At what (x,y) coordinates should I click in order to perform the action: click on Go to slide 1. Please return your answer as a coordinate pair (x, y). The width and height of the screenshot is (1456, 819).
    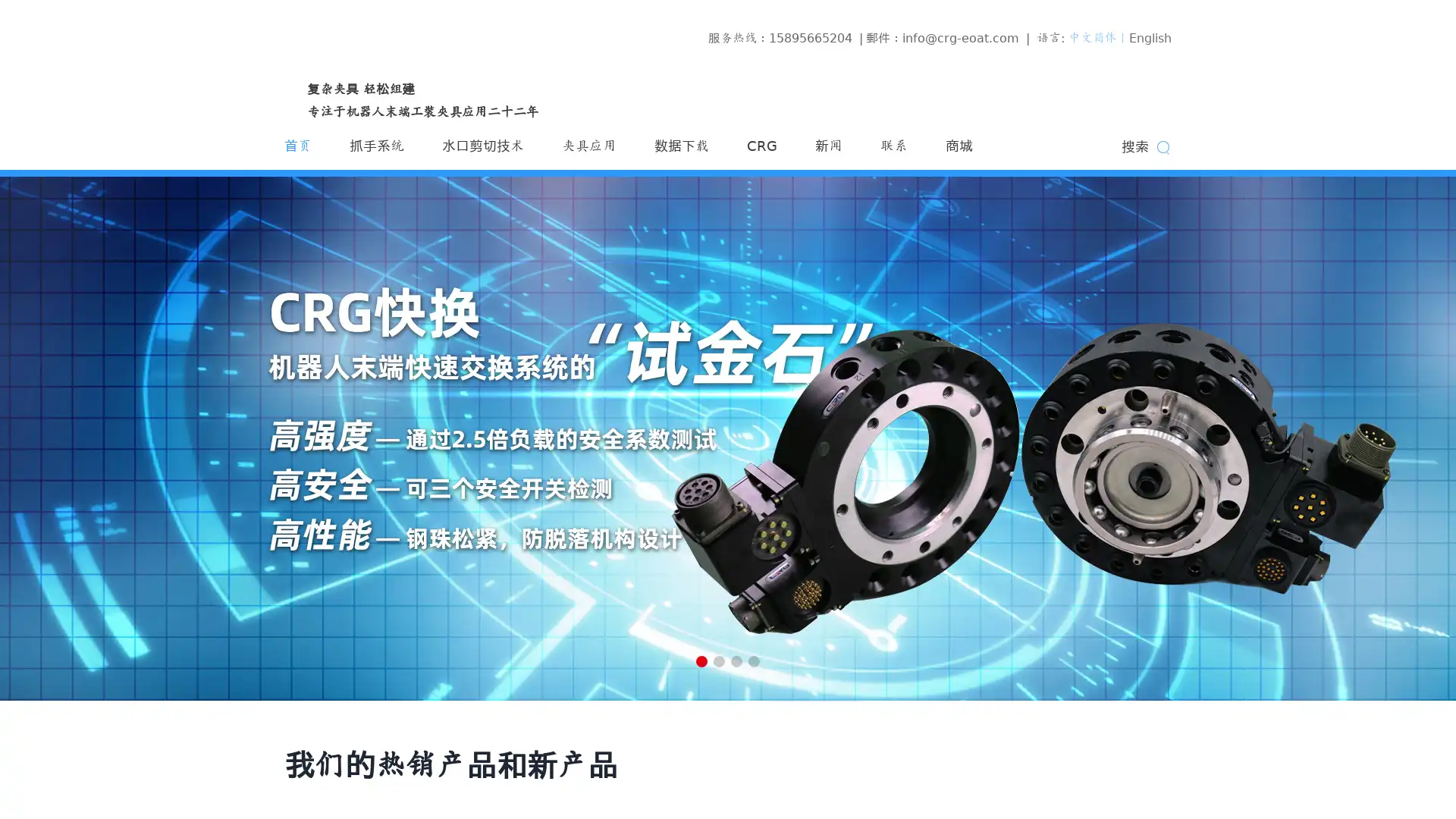
    Looking at the image, I should click on (701, 661).